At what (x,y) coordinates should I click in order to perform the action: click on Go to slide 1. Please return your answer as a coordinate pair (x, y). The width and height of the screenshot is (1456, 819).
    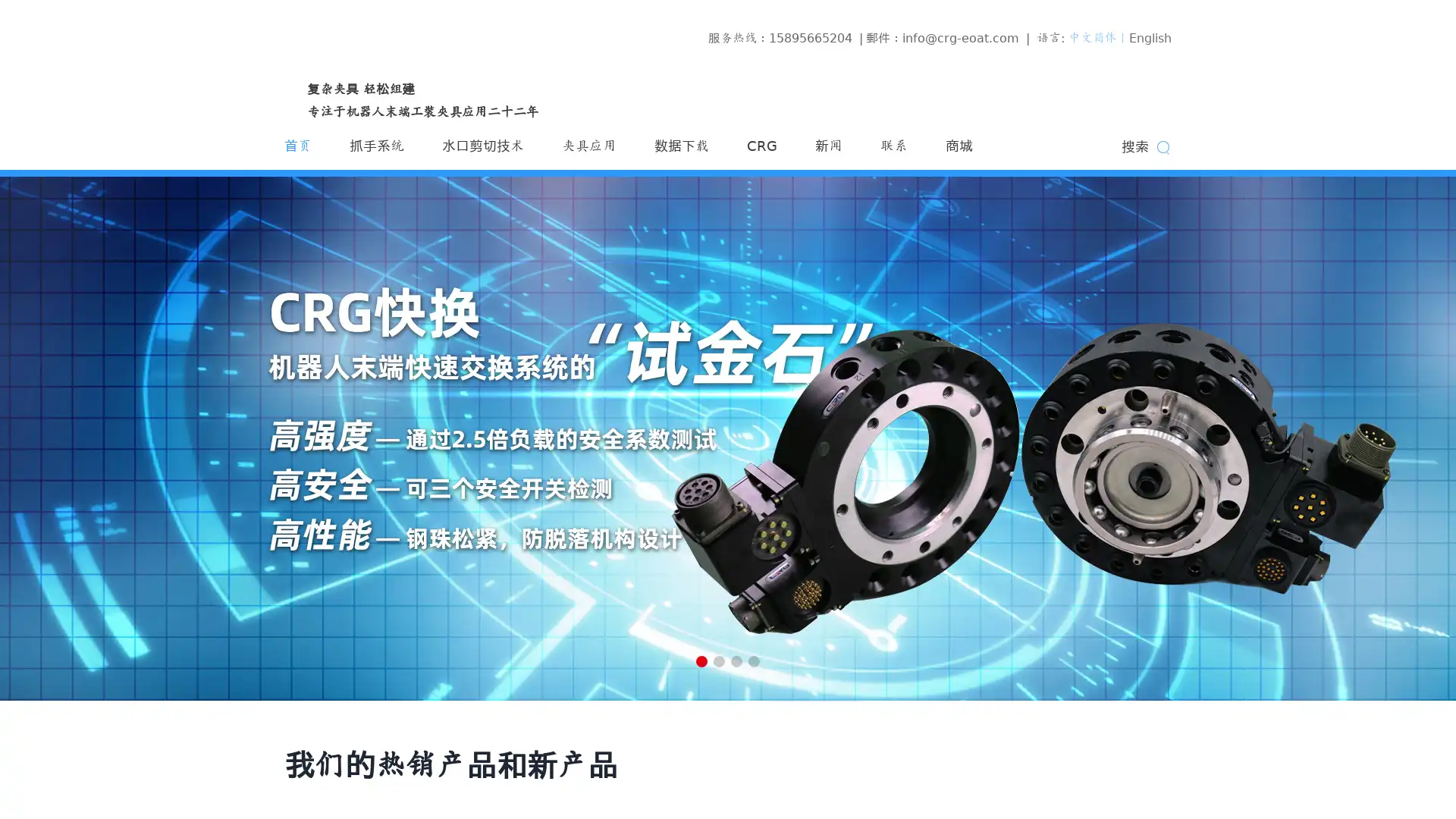
    Looking at the image, I should click on (701, 661).